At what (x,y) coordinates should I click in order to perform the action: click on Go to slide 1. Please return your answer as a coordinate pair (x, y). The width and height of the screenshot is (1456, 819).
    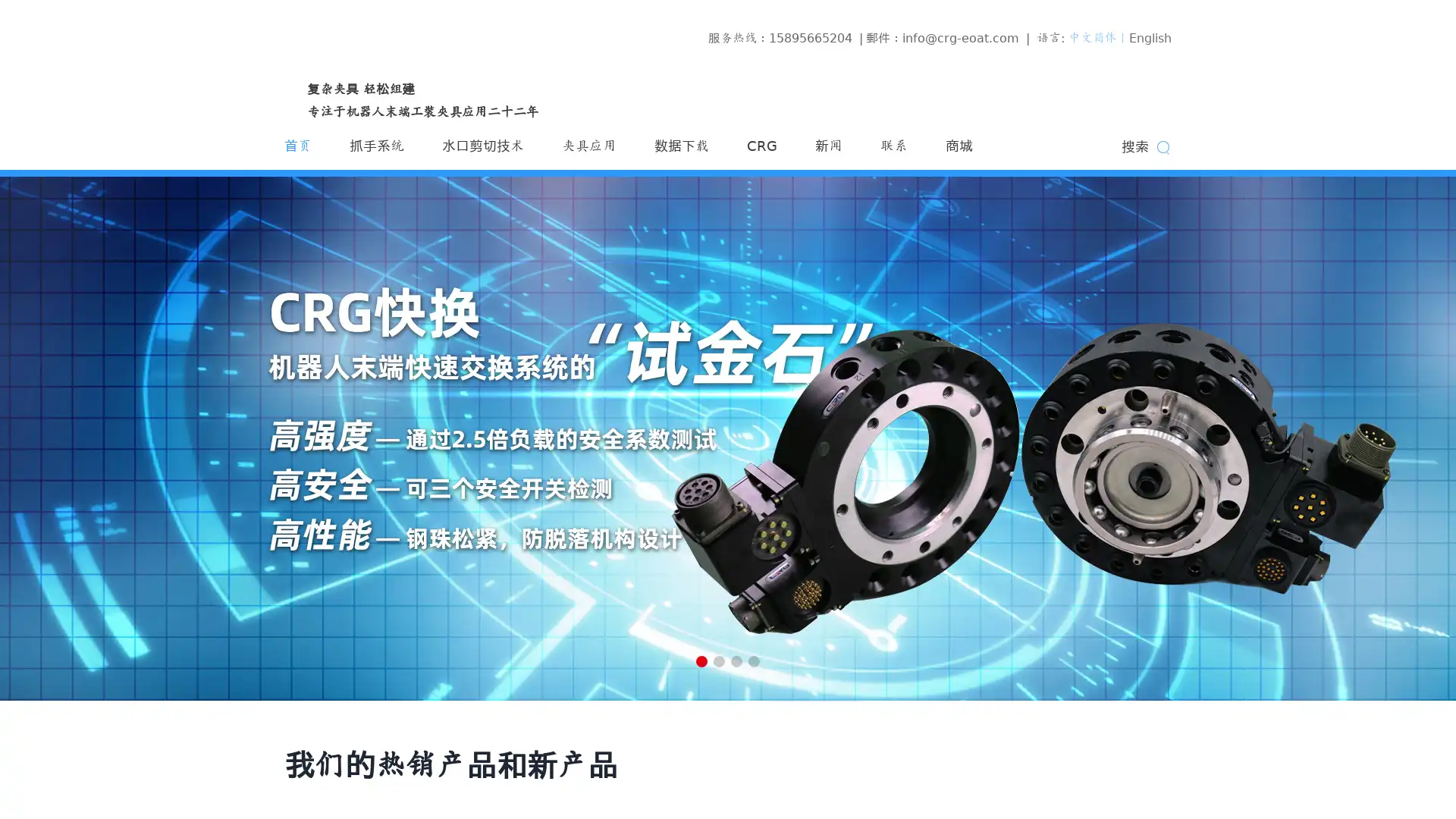
    Looking at the image, I should click on (701, 661).